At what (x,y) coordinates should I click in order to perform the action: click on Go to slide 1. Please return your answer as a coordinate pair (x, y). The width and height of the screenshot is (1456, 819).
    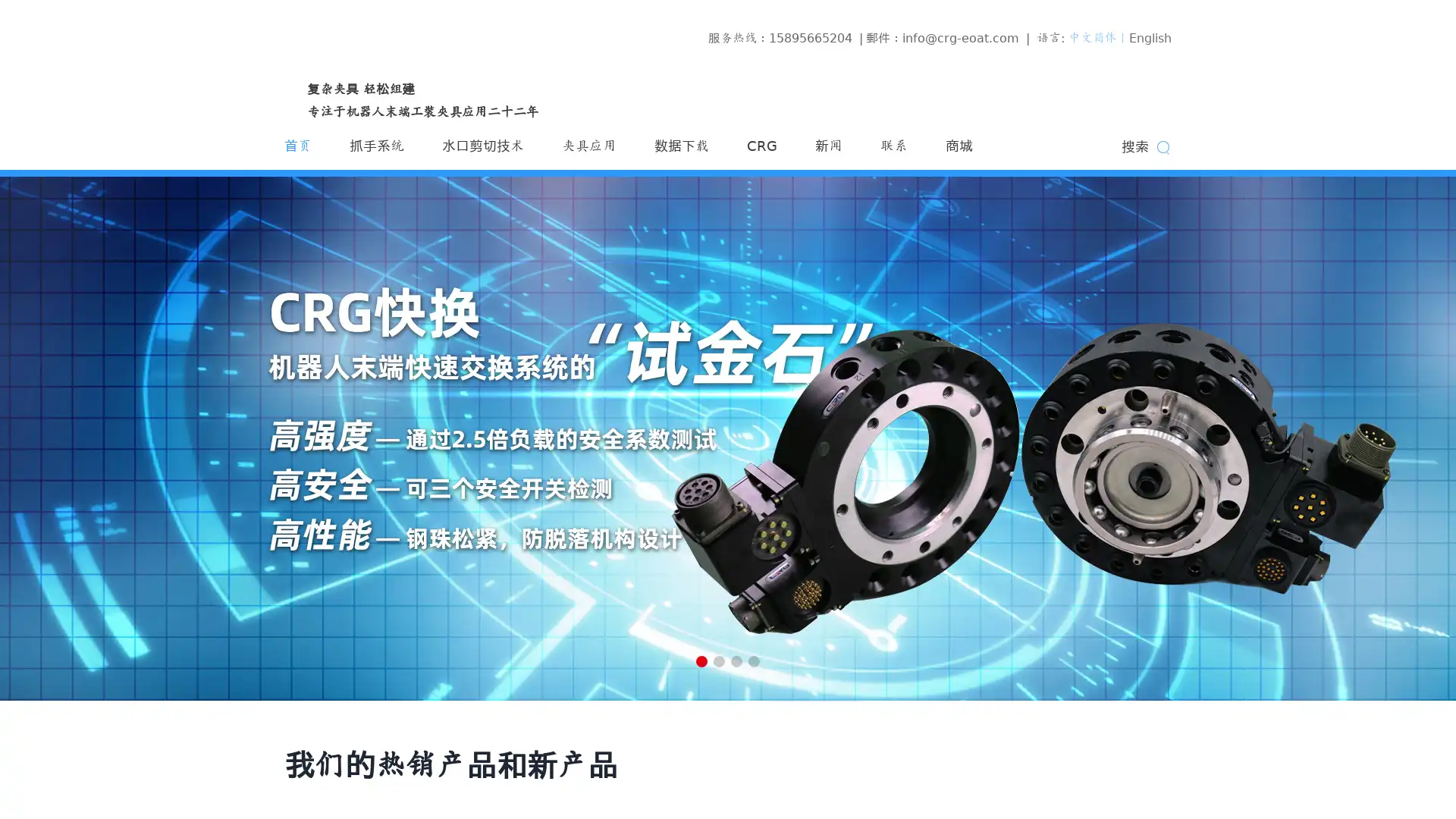
    Looking at the image, I should click on (701, 661).